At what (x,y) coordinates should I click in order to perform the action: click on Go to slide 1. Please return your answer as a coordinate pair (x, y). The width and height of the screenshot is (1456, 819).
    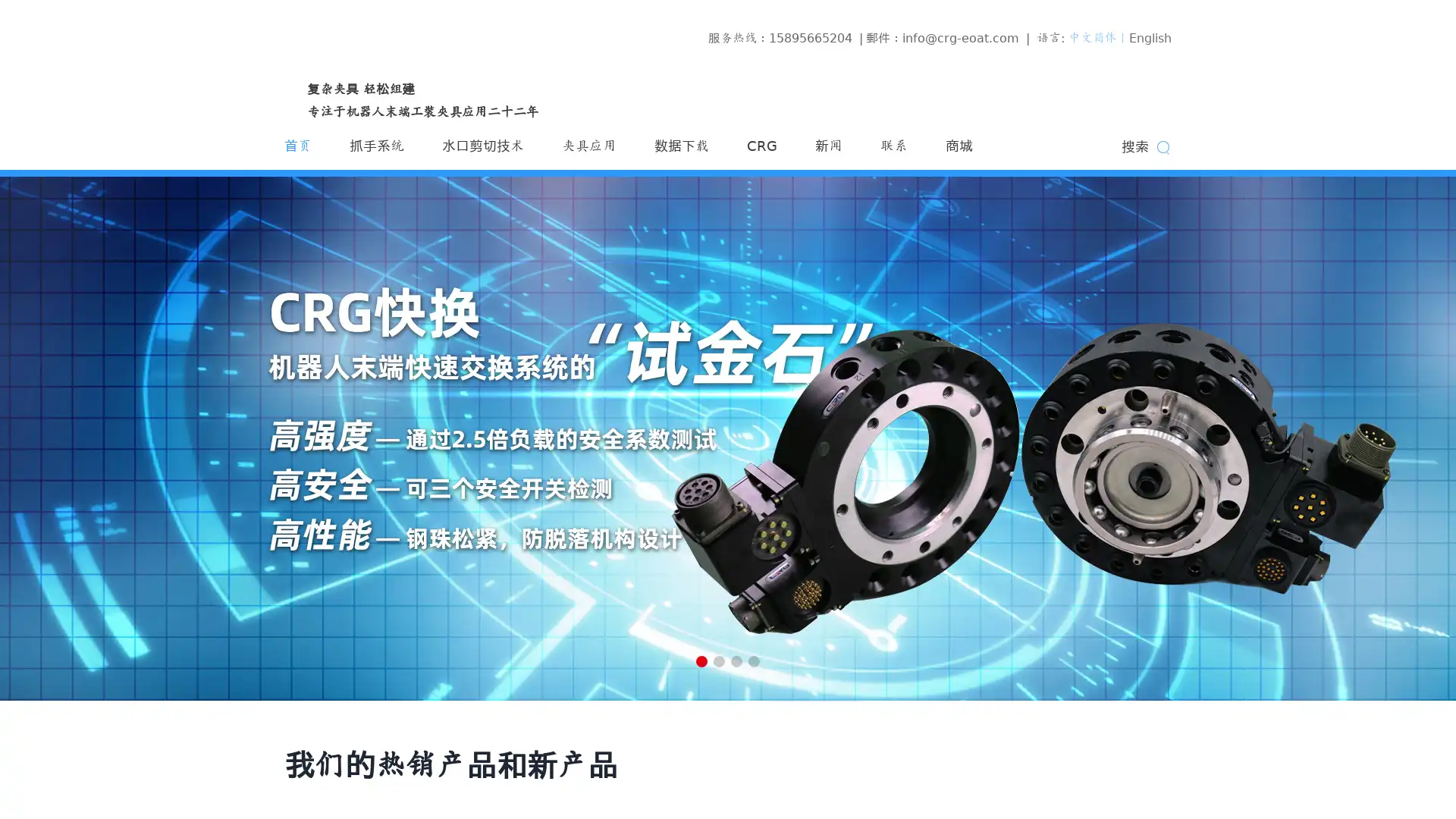
    Looking at the image, I should click on (701, 661).